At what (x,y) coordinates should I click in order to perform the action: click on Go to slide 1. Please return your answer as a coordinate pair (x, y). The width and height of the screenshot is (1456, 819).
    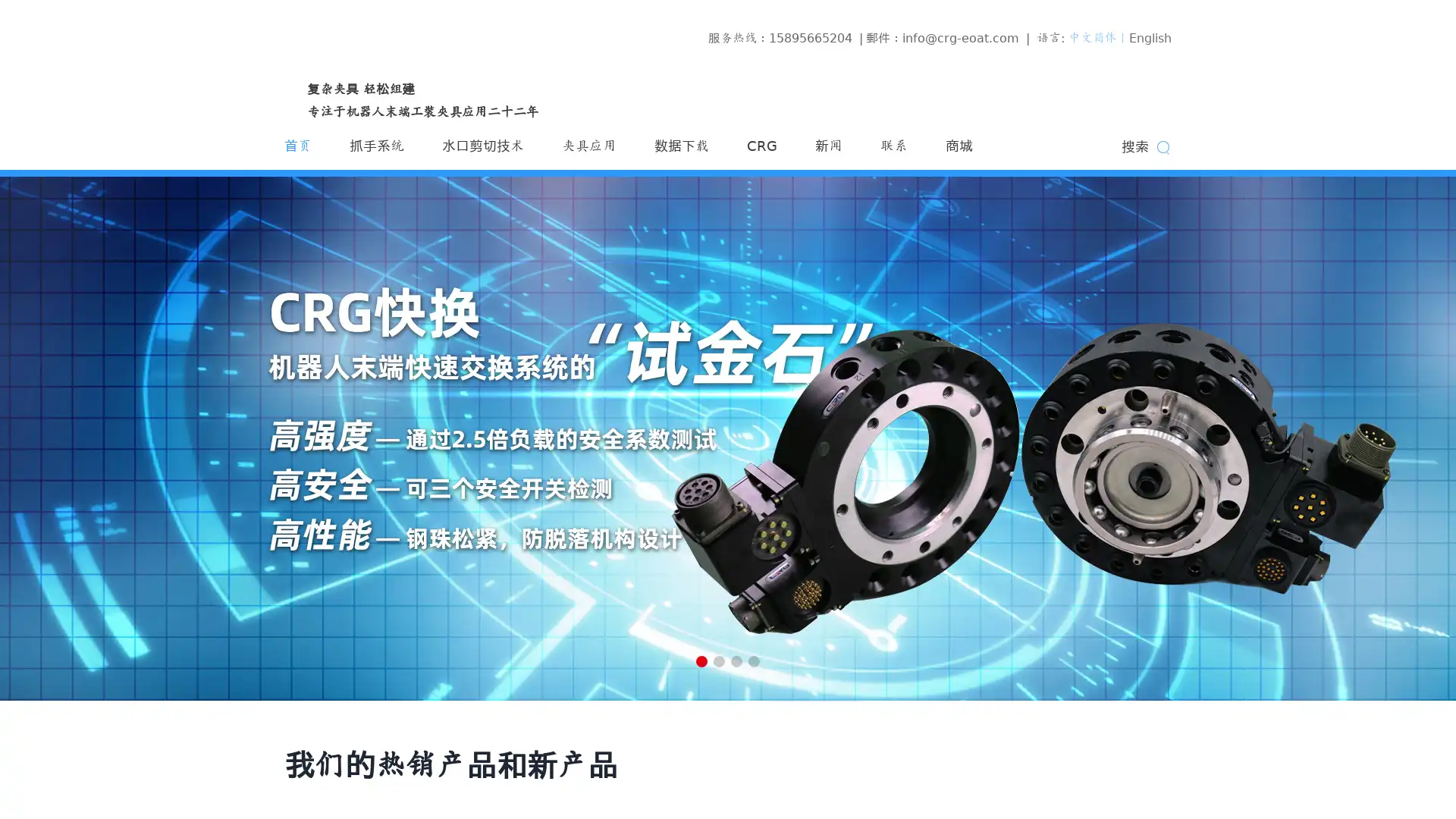
    Looking at the image, I should click on (701, 661).